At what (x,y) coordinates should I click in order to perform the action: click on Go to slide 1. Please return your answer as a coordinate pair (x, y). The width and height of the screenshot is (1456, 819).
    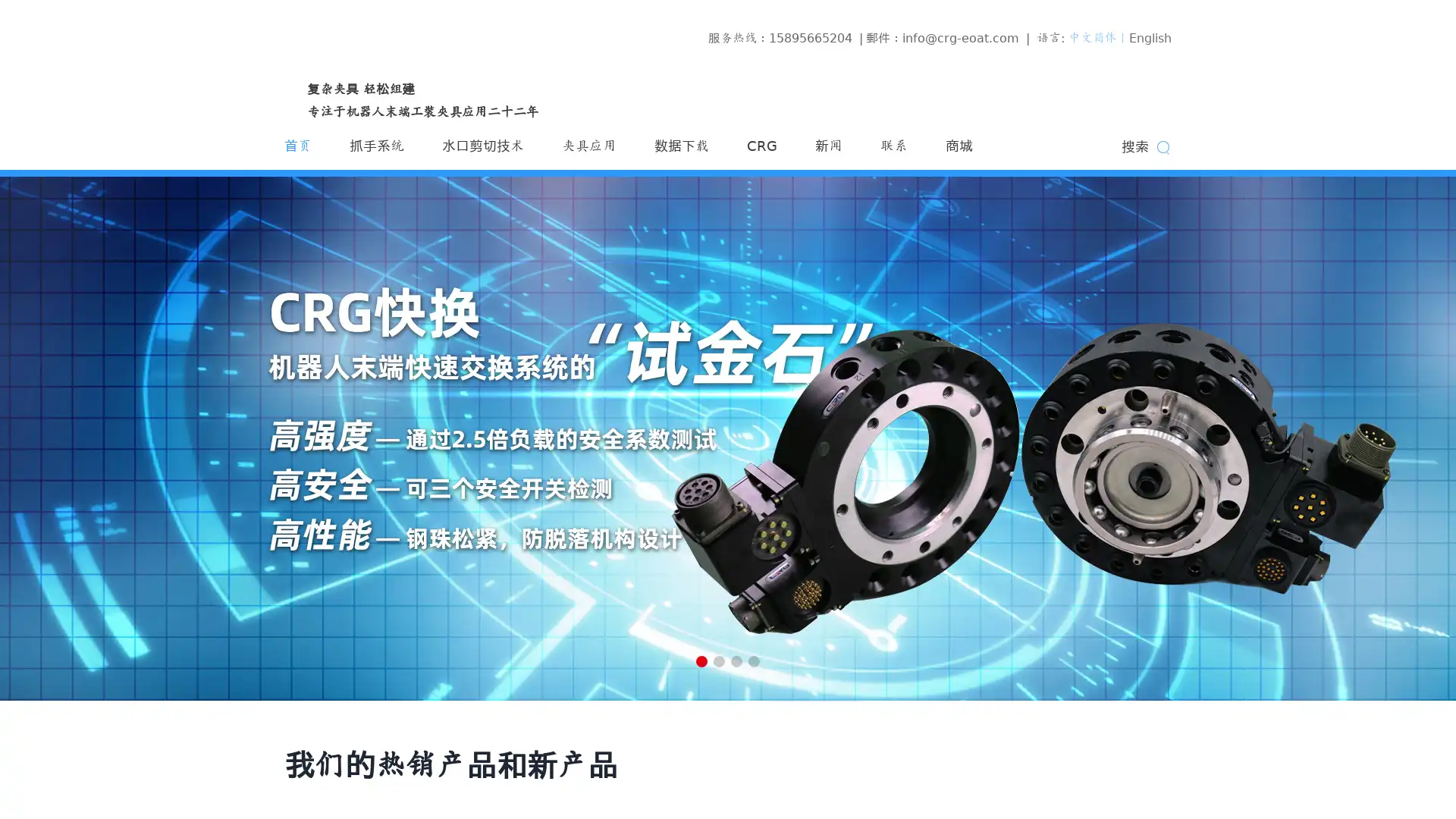
    Looking at the image, I should click on (701, 661).